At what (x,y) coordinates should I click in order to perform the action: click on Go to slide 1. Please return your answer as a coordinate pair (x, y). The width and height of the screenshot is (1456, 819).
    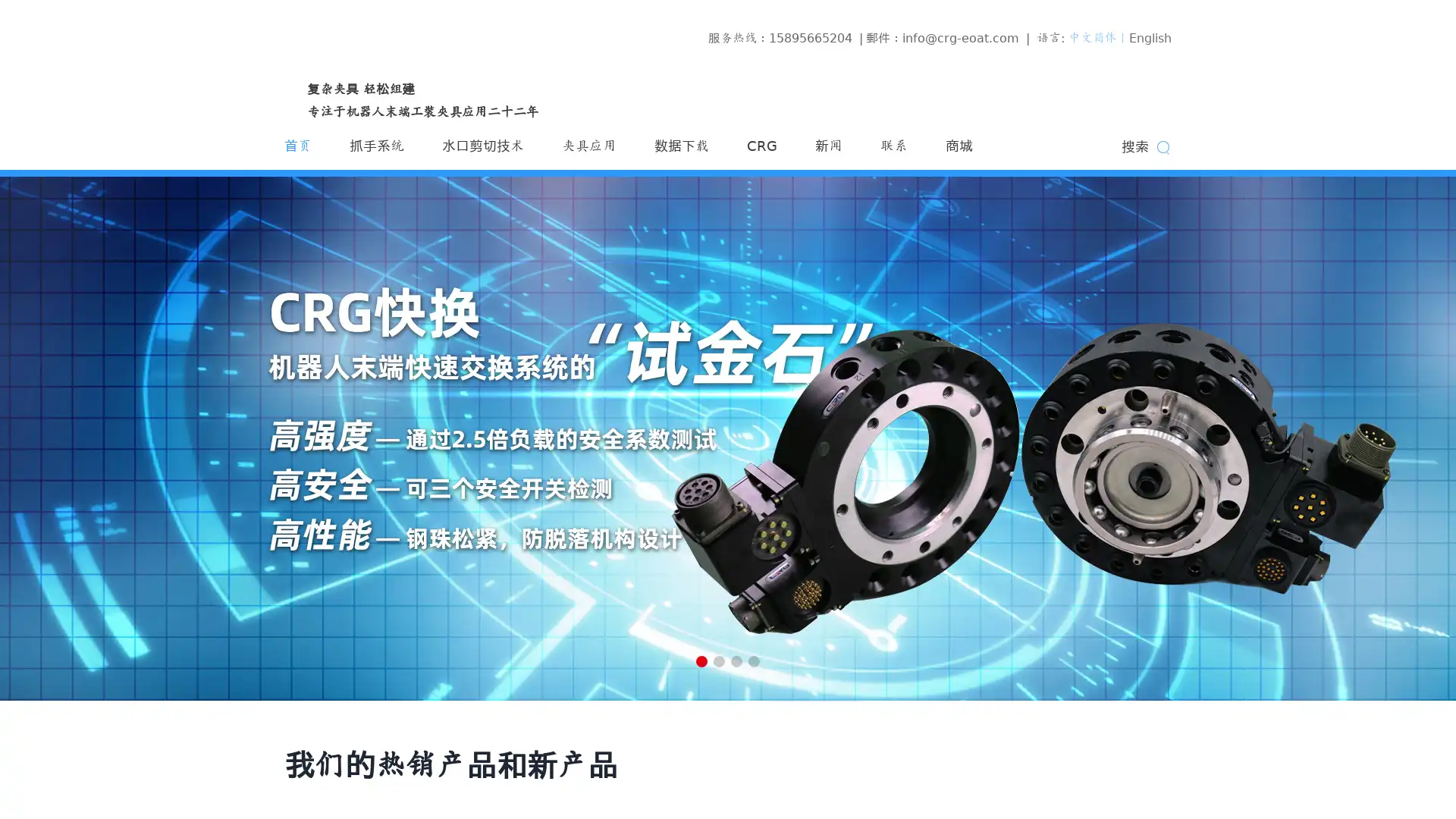
    Looking at the image, I should click on (701, 661).